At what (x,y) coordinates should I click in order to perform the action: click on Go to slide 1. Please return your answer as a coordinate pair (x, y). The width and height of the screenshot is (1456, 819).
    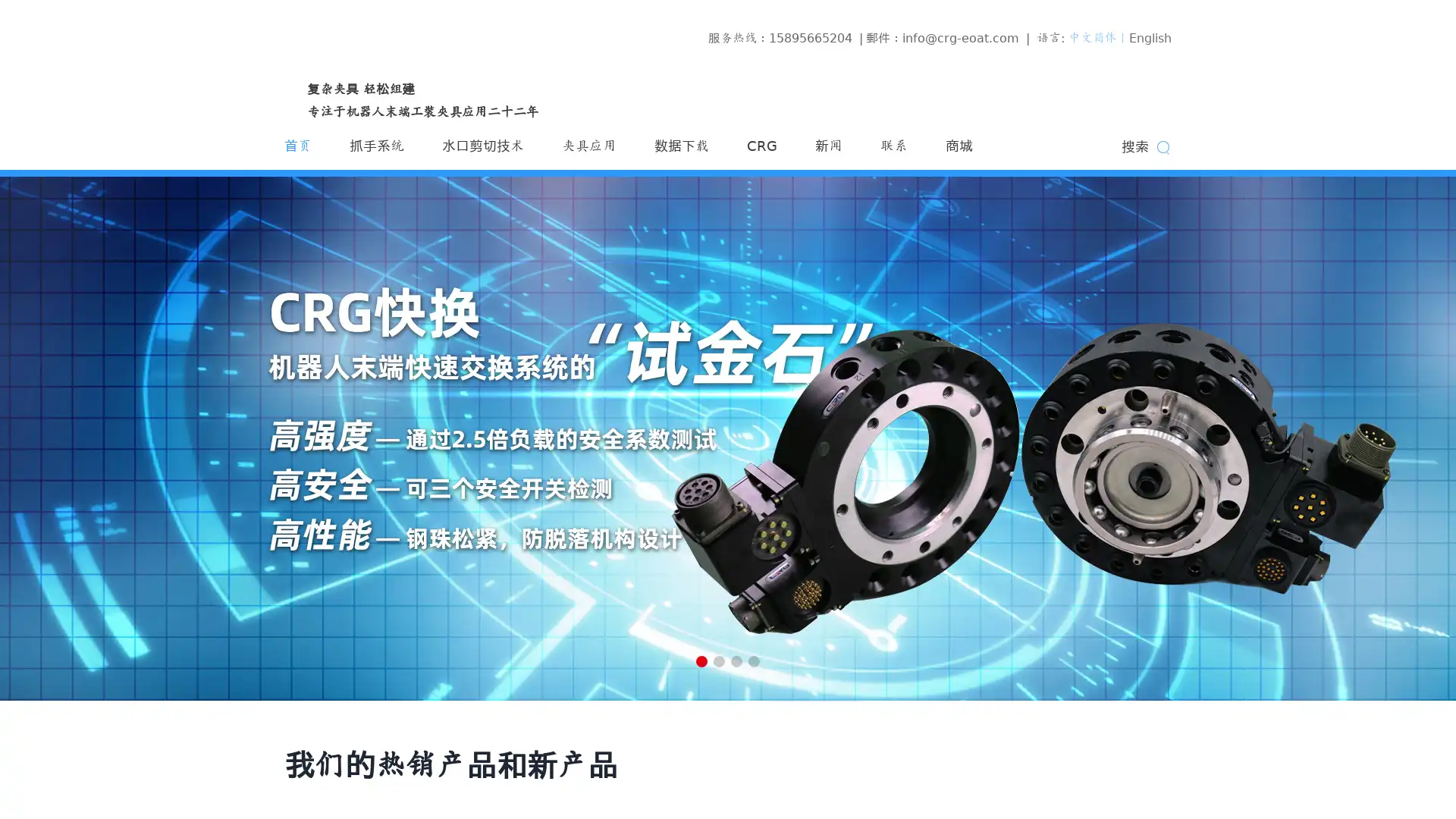
    Looking at the image, I should click on (701, 661).